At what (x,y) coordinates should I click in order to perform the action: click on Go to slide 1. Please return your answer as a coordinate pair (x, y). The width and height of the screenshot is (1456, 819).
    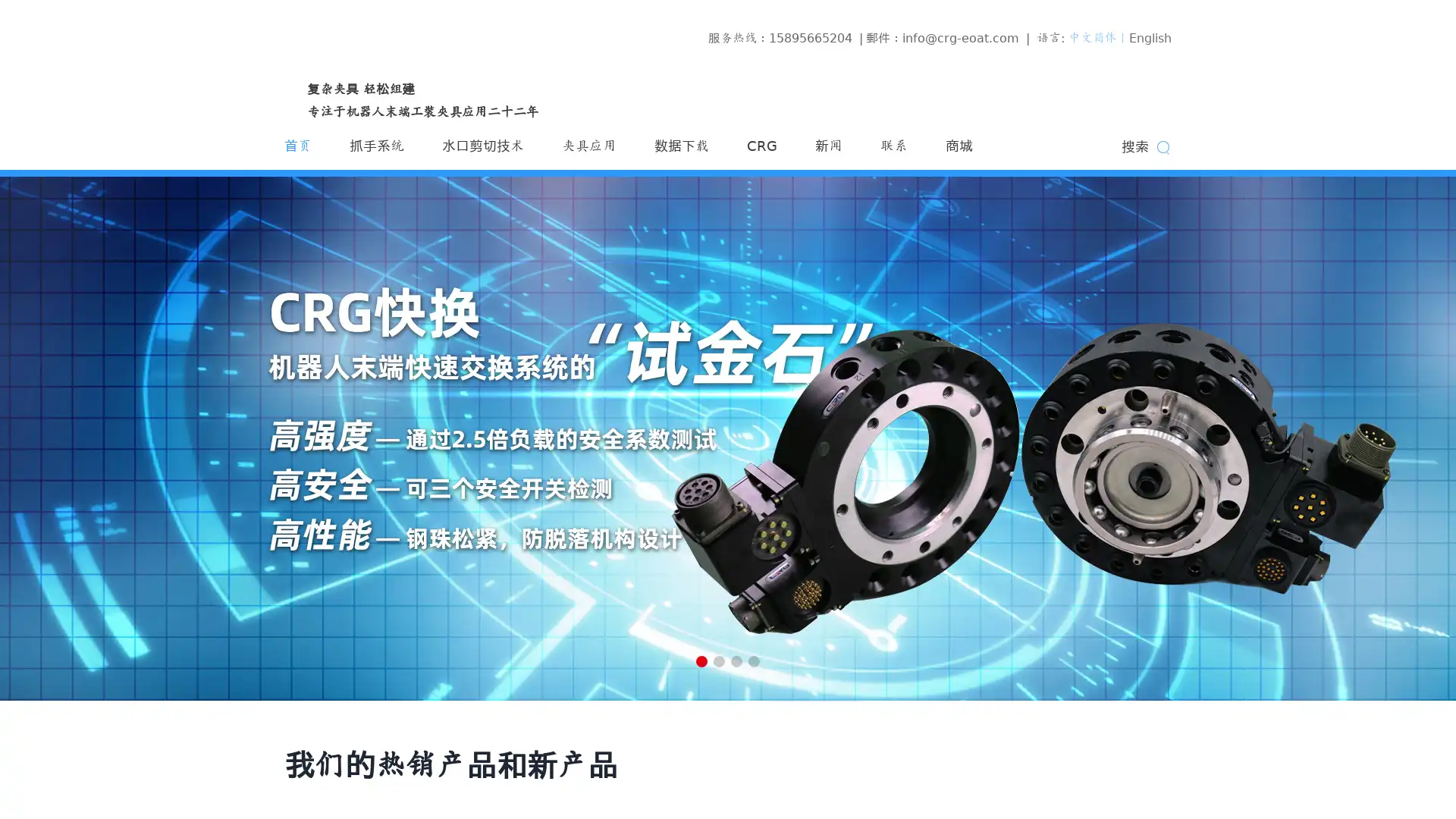
    Looking at the image, I should click on (701, 661).